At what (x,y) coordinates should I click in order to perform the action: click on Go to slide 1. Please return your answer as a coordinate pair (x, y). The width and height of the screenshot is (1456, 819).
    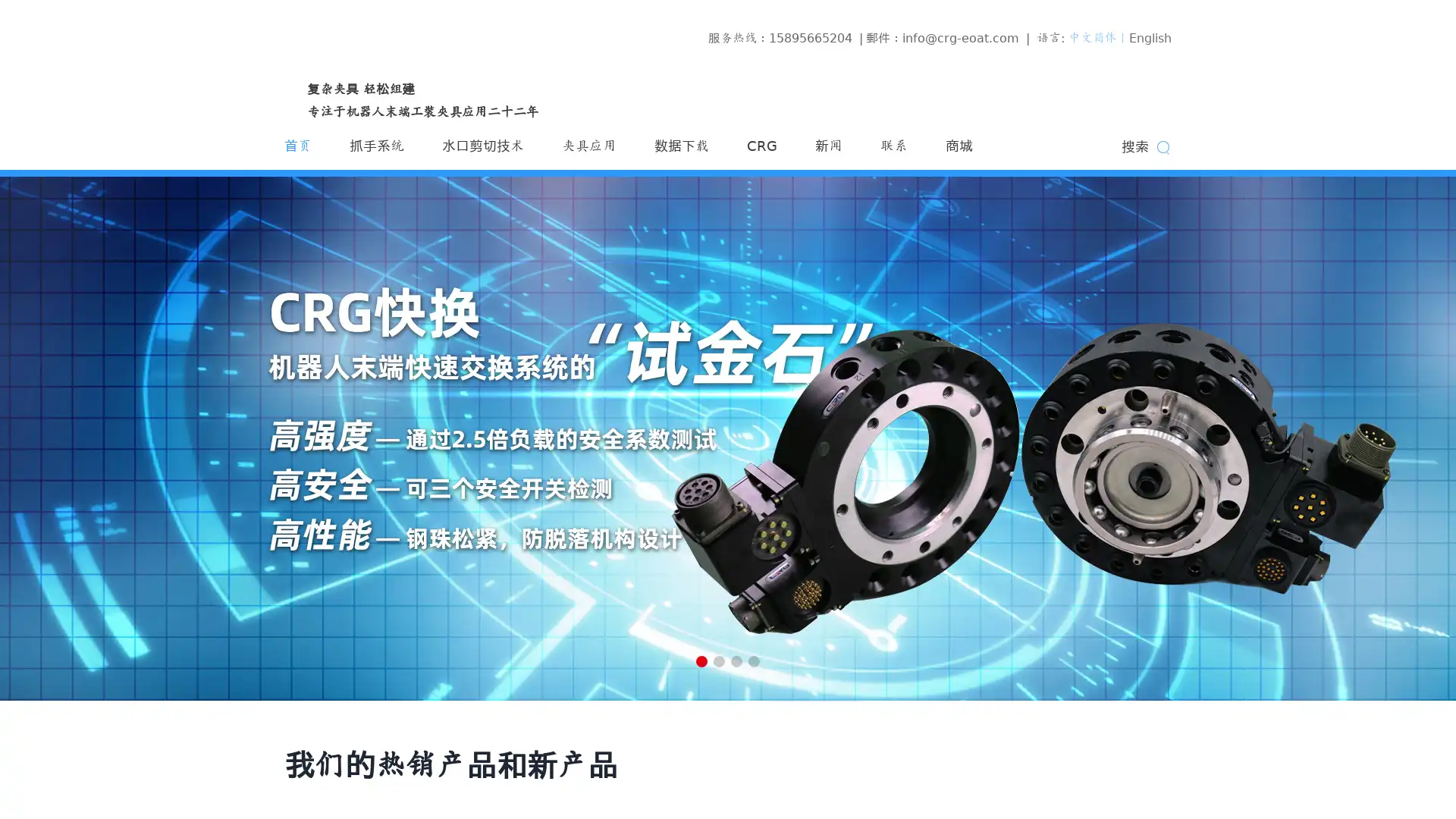
    Looking at the image, I should click on (701, 661).